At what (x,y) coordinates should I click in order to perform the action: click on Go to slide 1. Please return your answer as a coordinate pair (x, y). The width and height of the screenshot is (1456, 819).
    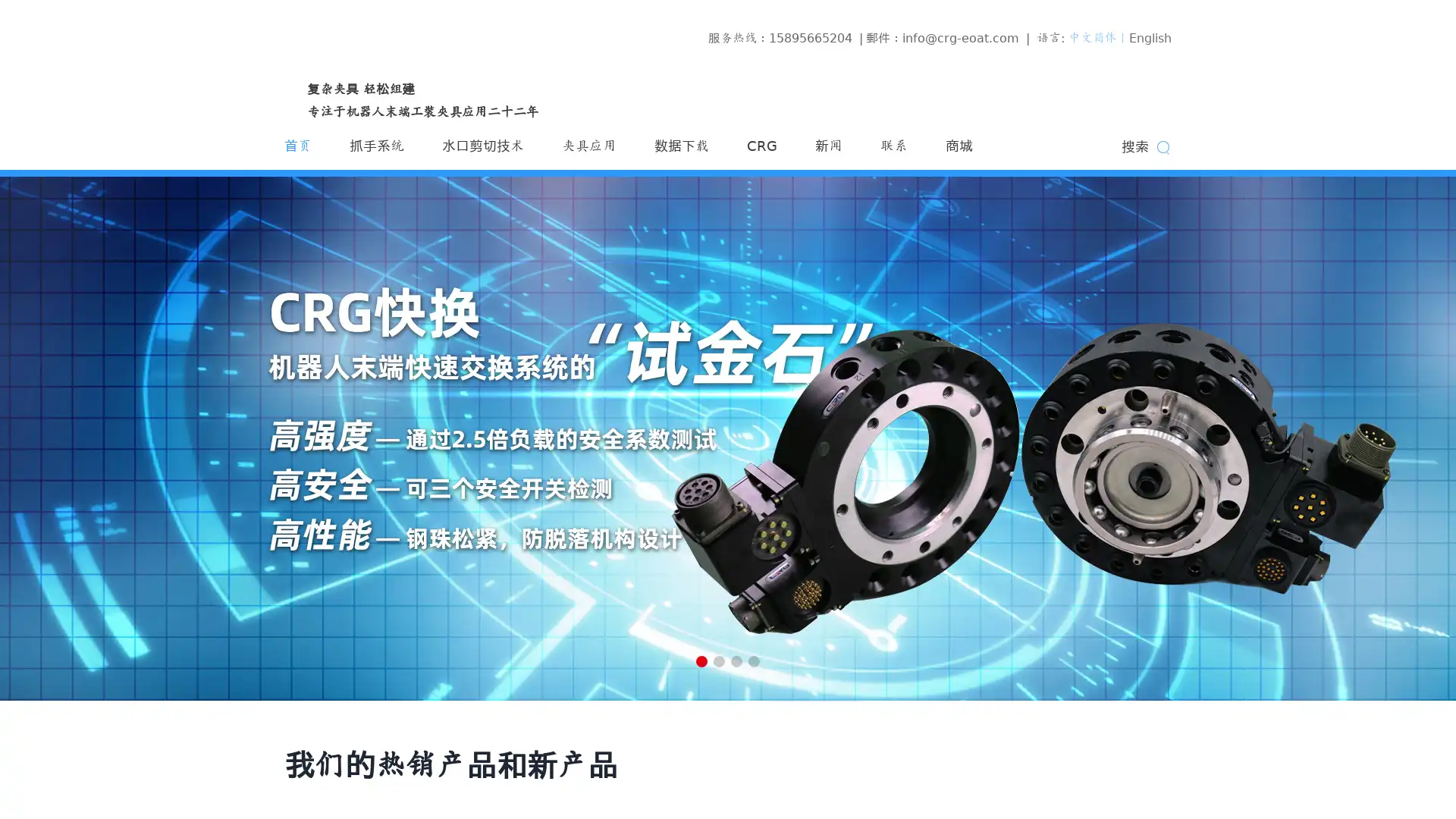
    Looking at the image, I should click on (701, 661).